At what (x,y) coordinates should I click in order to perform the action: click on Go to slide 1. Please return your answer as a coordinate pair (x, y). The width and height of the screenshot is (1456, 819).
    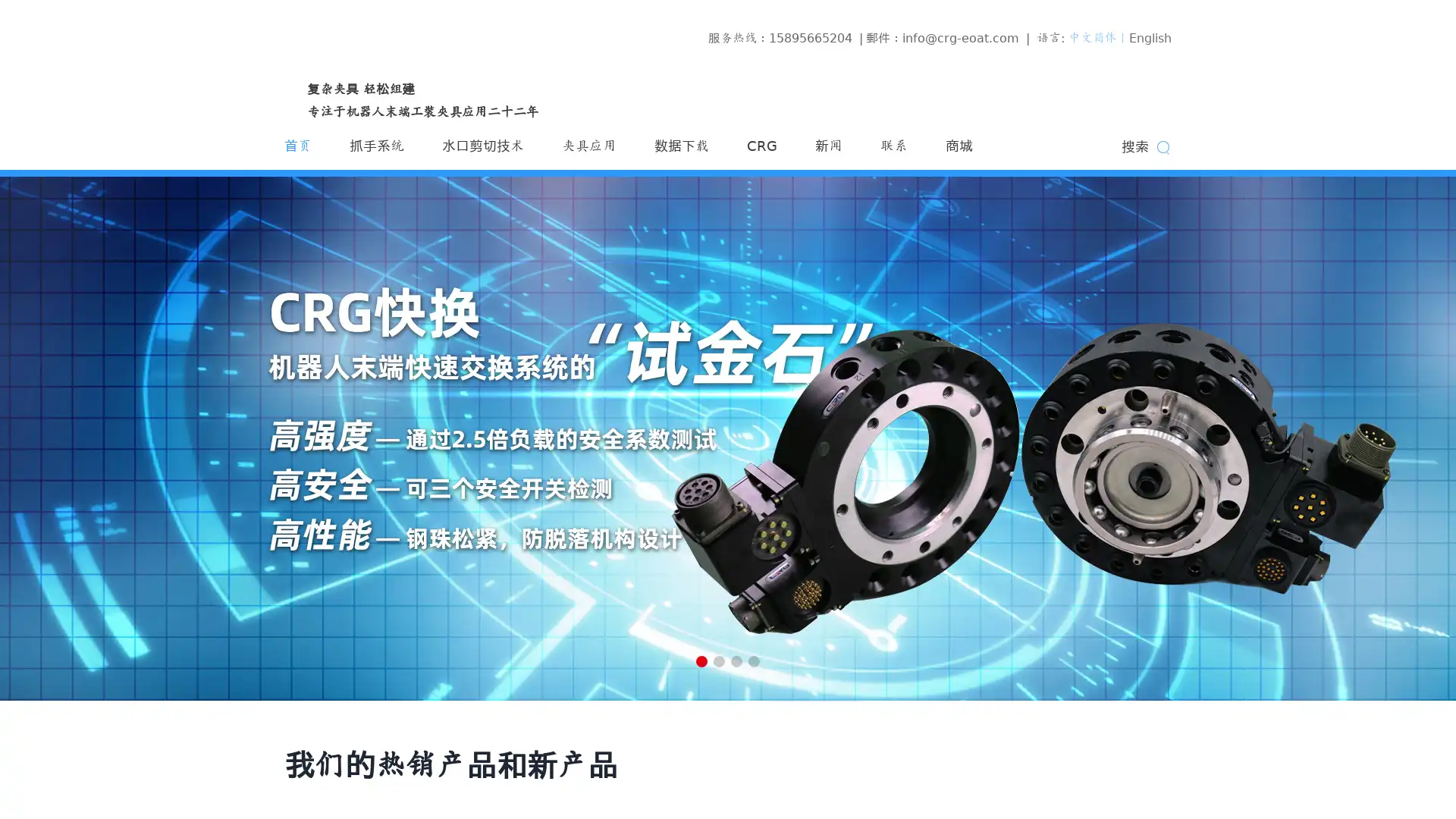
    Looking at the image, I should click on (701, 661).